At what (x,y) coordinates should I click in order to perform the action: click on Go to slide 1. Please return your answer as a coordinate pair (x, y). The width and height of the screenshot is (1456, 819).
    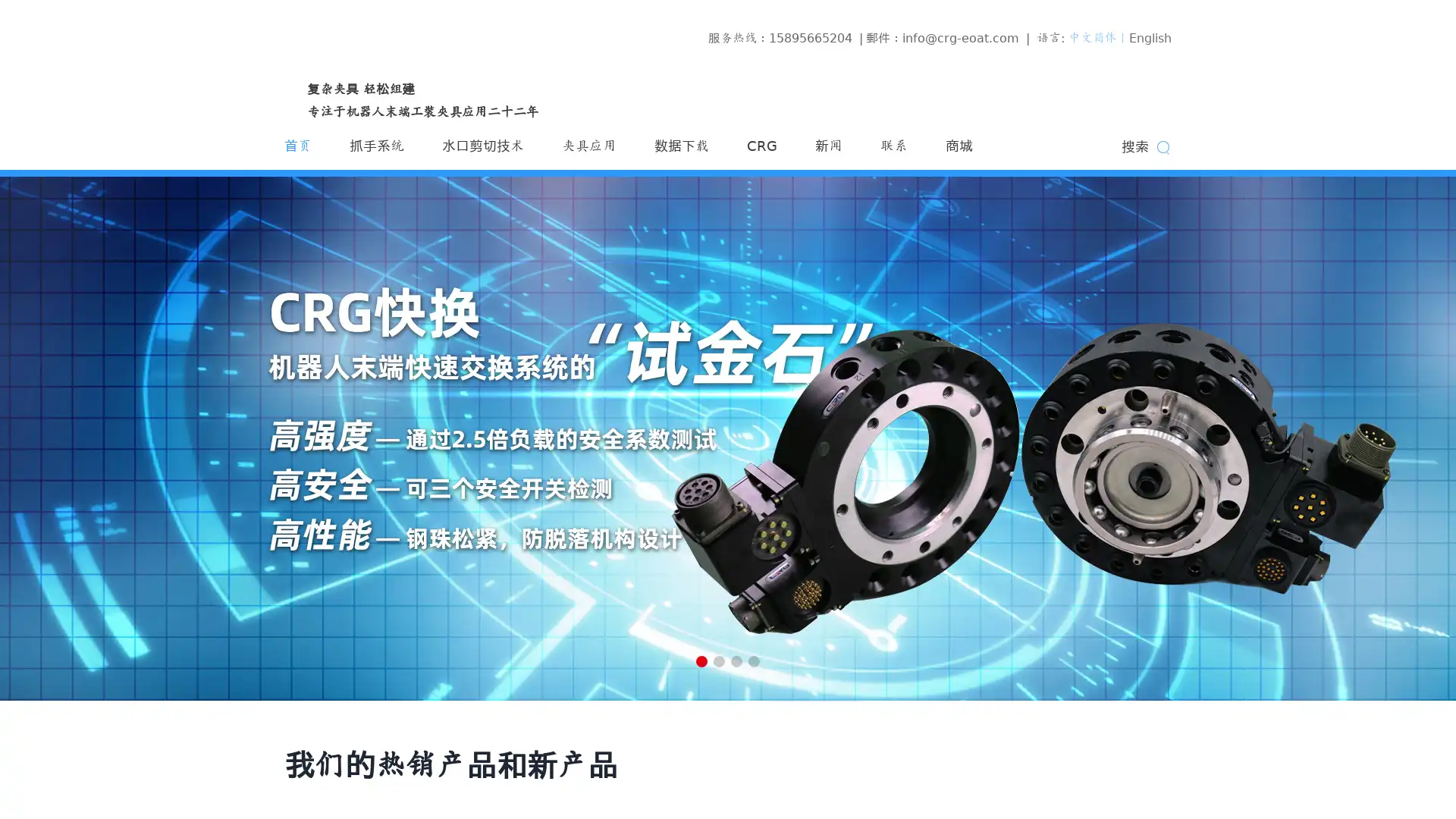
    Looking at the image, I should click on (701, 661).